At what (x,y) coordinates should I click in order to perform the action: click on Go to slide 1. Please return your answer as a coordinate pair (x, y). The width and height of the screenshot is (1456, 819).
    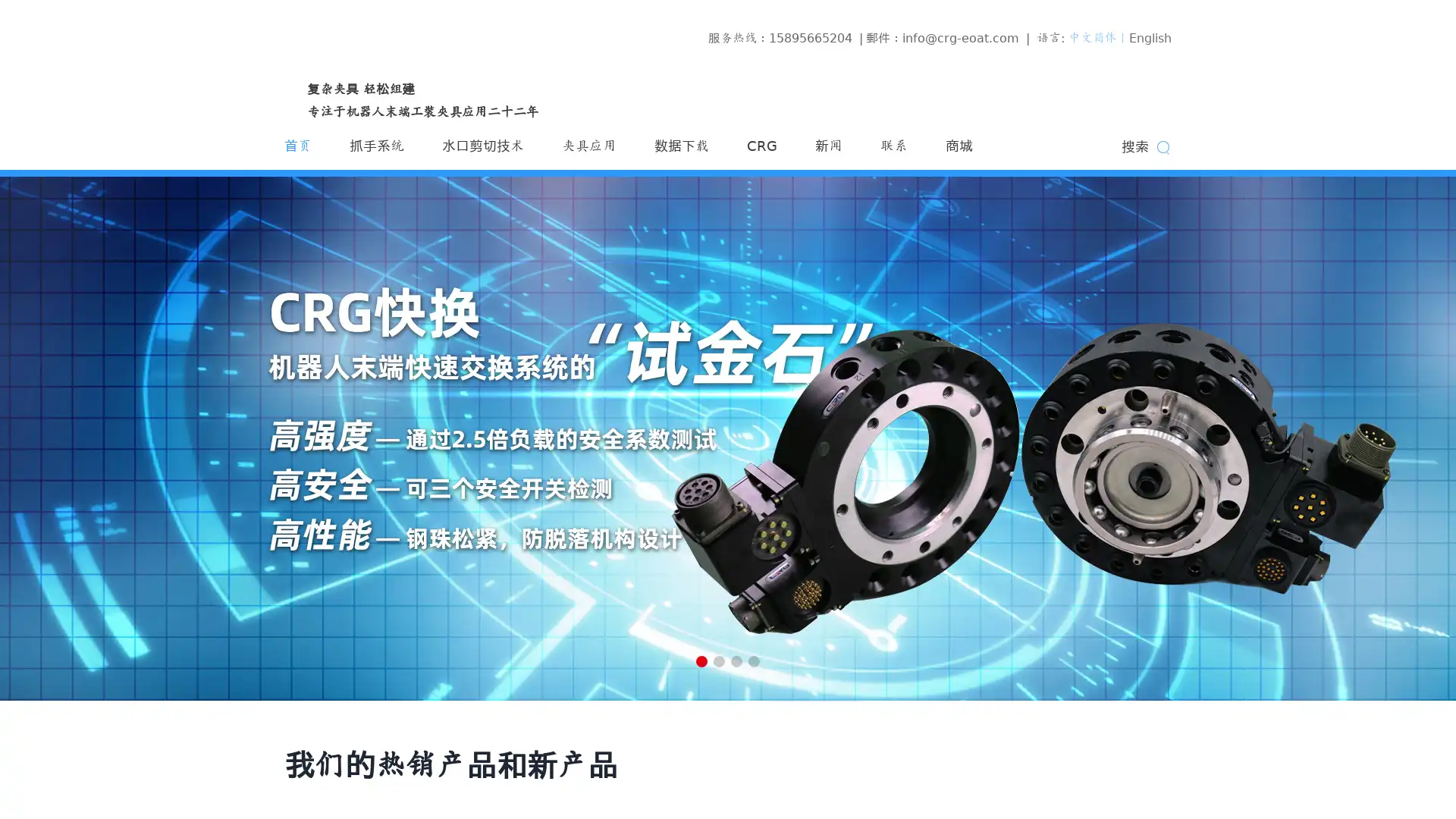
    Looking at the image, I should click on (701, 661).